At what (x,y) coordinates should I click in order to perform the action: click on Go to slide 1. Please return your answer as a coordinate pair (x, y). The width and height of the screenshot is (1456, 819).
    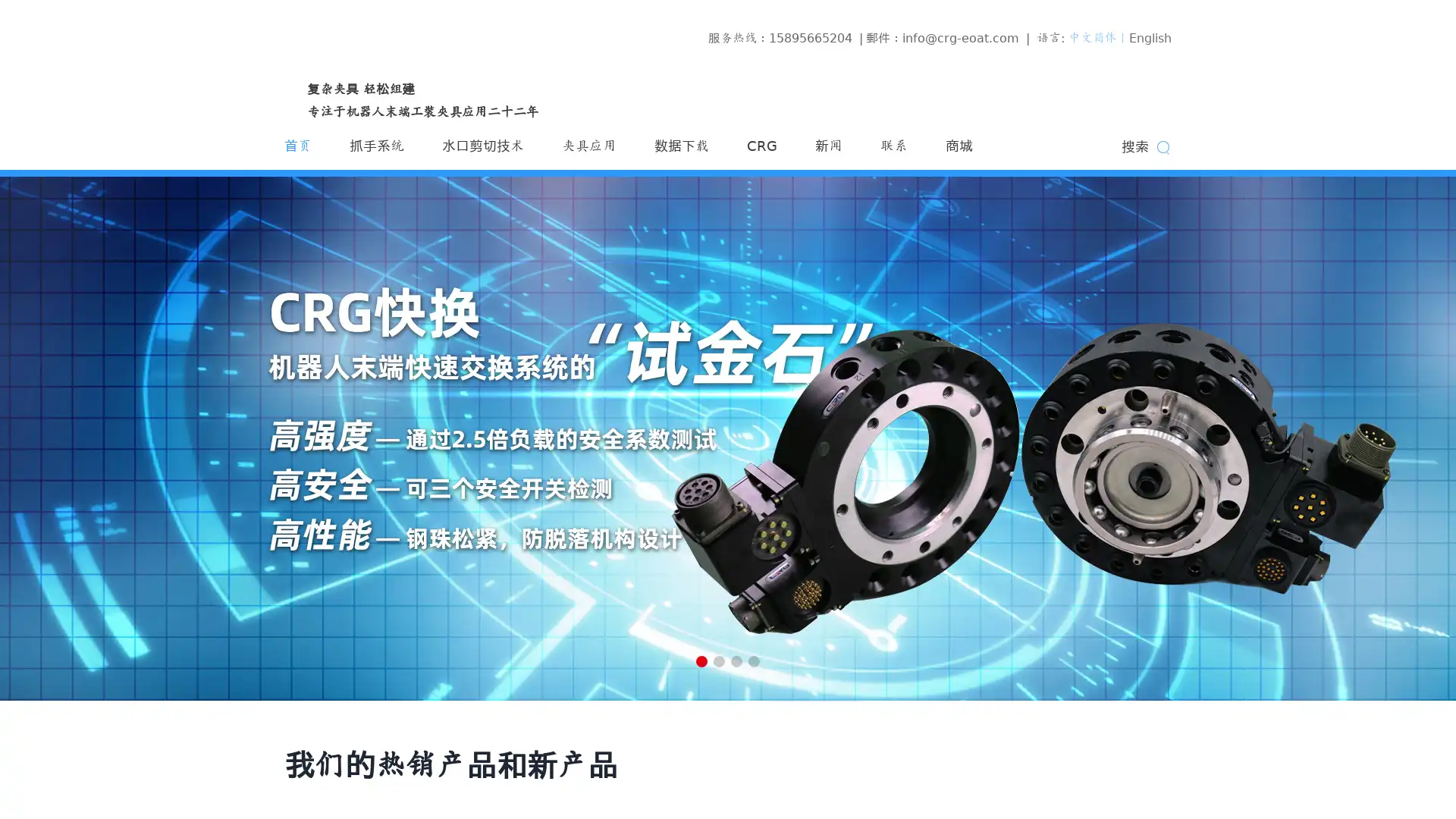
    Looking at the image, I should click on (701, 661).